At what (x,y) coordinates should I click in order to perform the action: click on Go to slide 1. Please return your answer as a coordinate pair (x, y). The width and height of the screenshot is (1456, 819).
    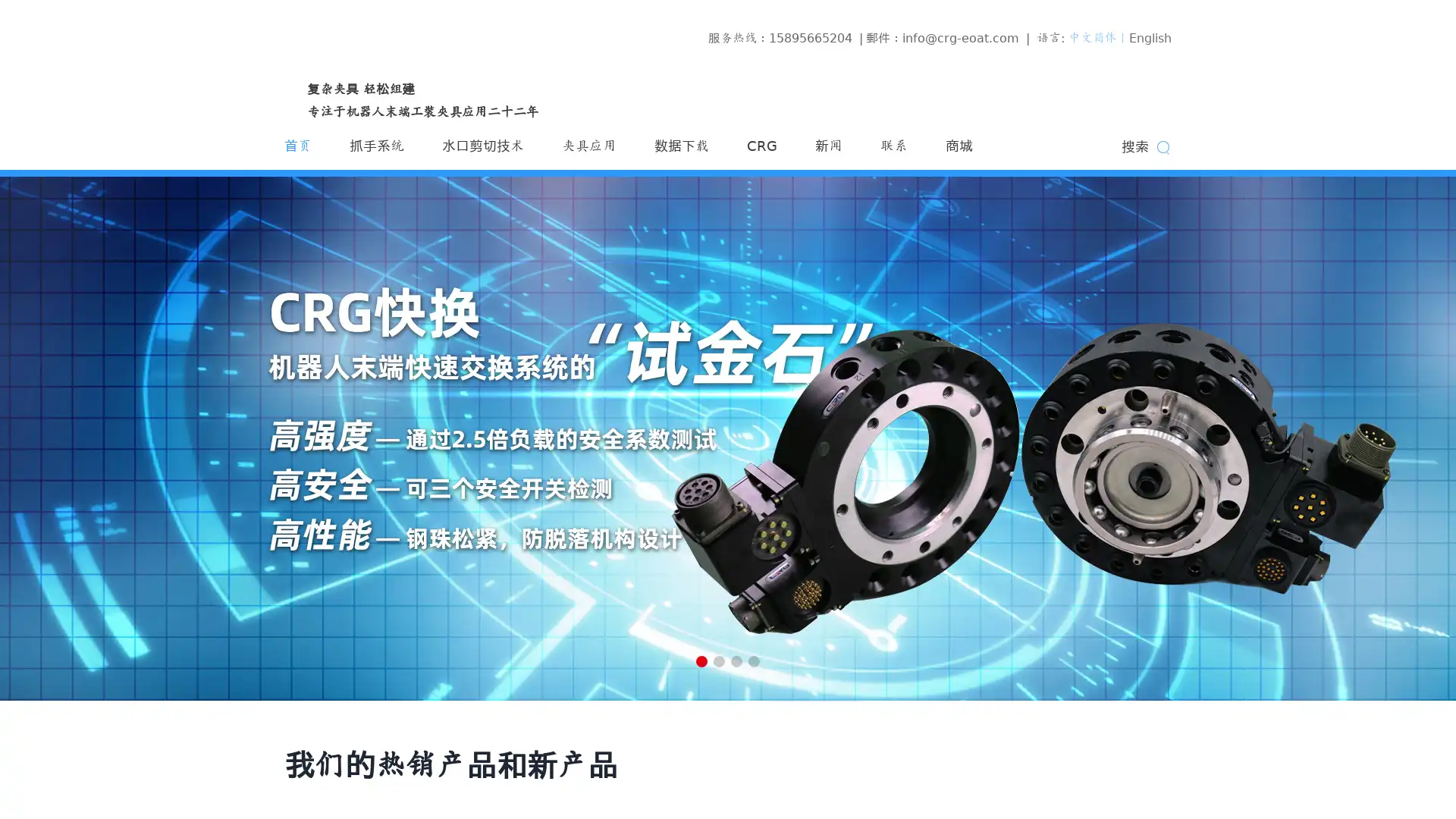
    Looking at the image, I should click on (701, 661).